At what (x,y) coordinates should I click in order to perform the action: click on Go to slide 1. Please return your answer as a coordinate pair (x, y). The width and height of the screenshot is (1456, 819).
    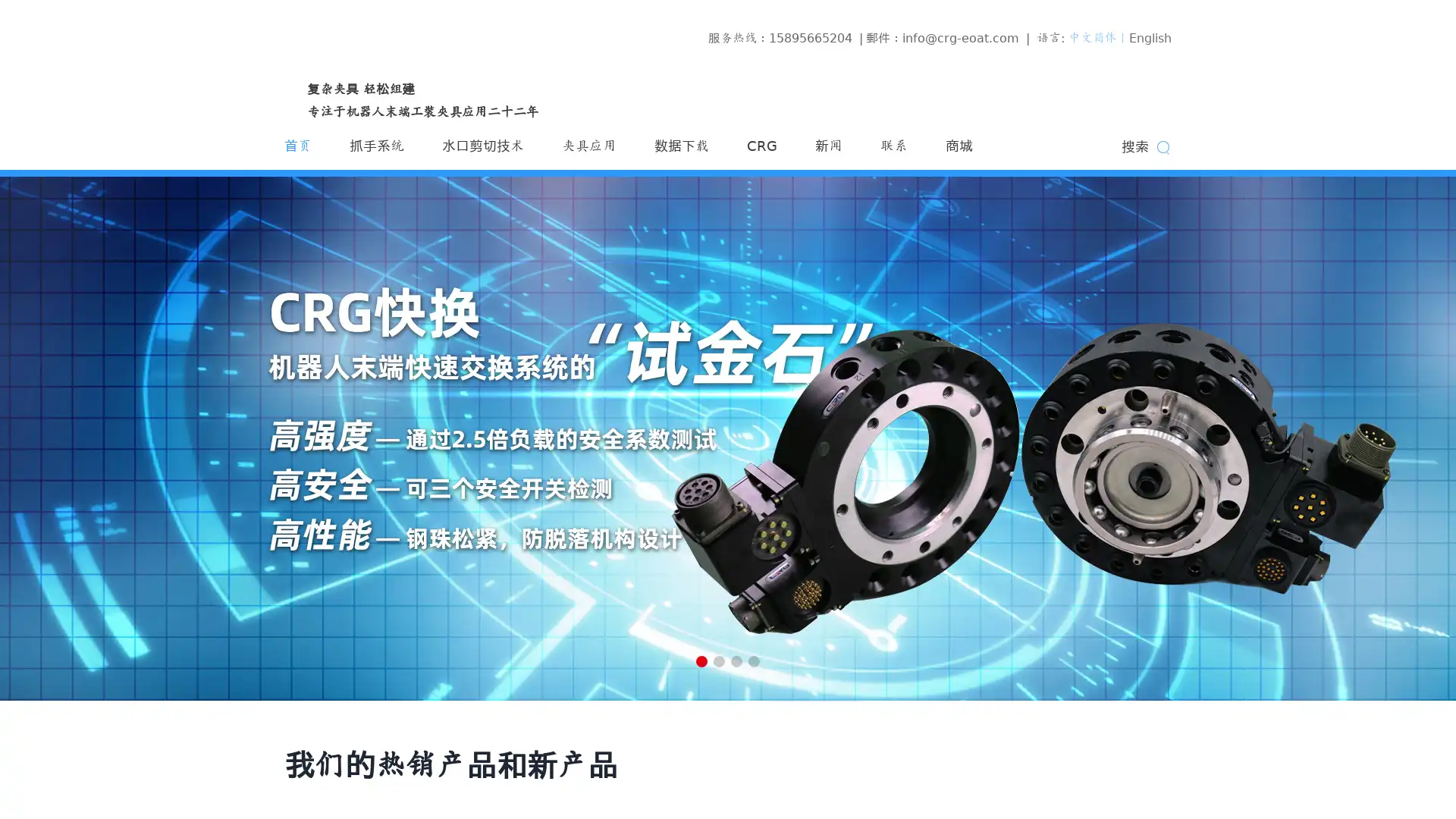
    Looking at the image, I should click on (701, 661).